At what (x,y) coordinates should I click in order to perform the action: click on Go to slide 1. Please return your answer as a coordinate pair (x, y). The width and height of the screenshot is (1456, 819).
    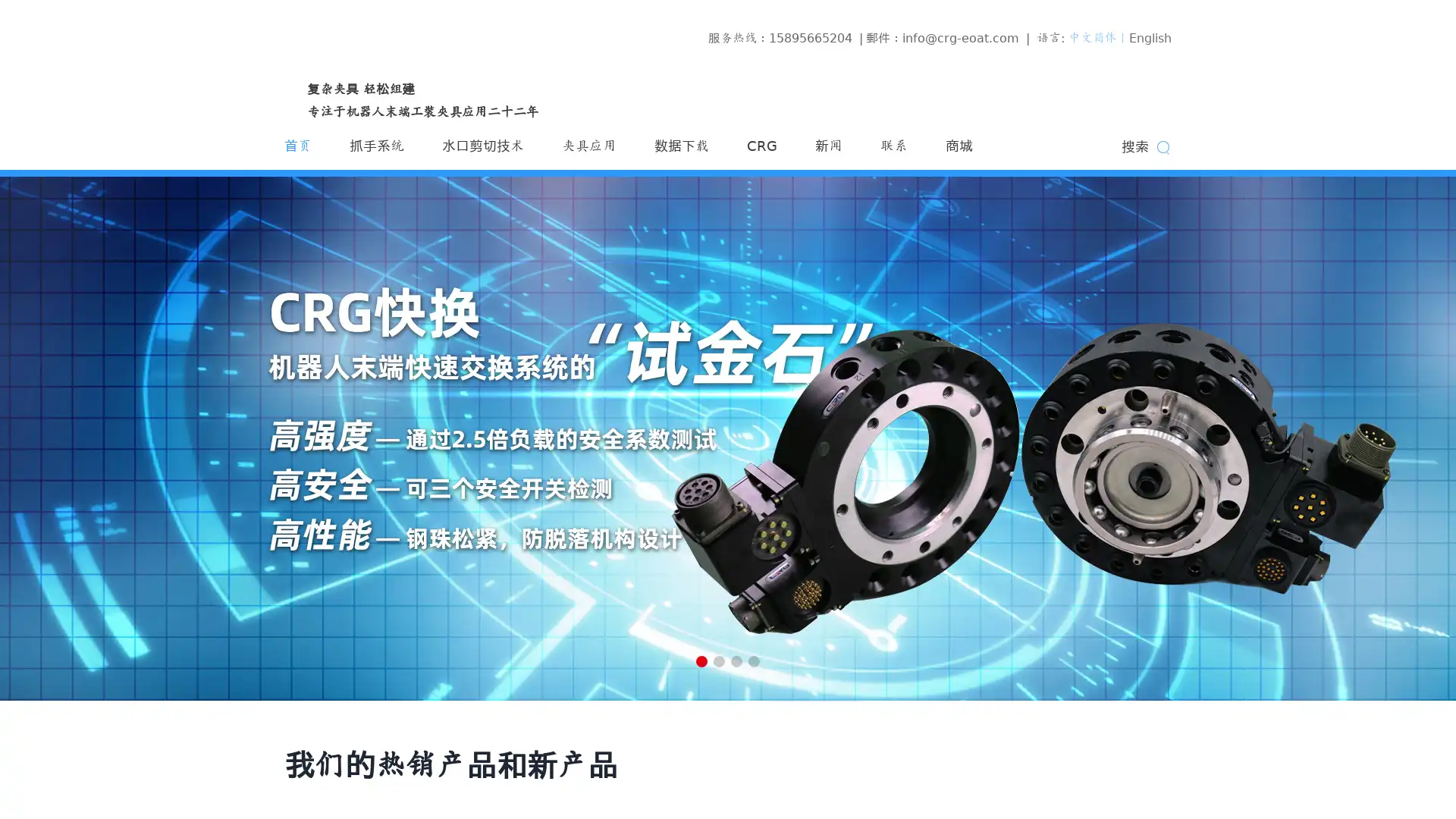
    Looking at the image, I should click on (701, 661).